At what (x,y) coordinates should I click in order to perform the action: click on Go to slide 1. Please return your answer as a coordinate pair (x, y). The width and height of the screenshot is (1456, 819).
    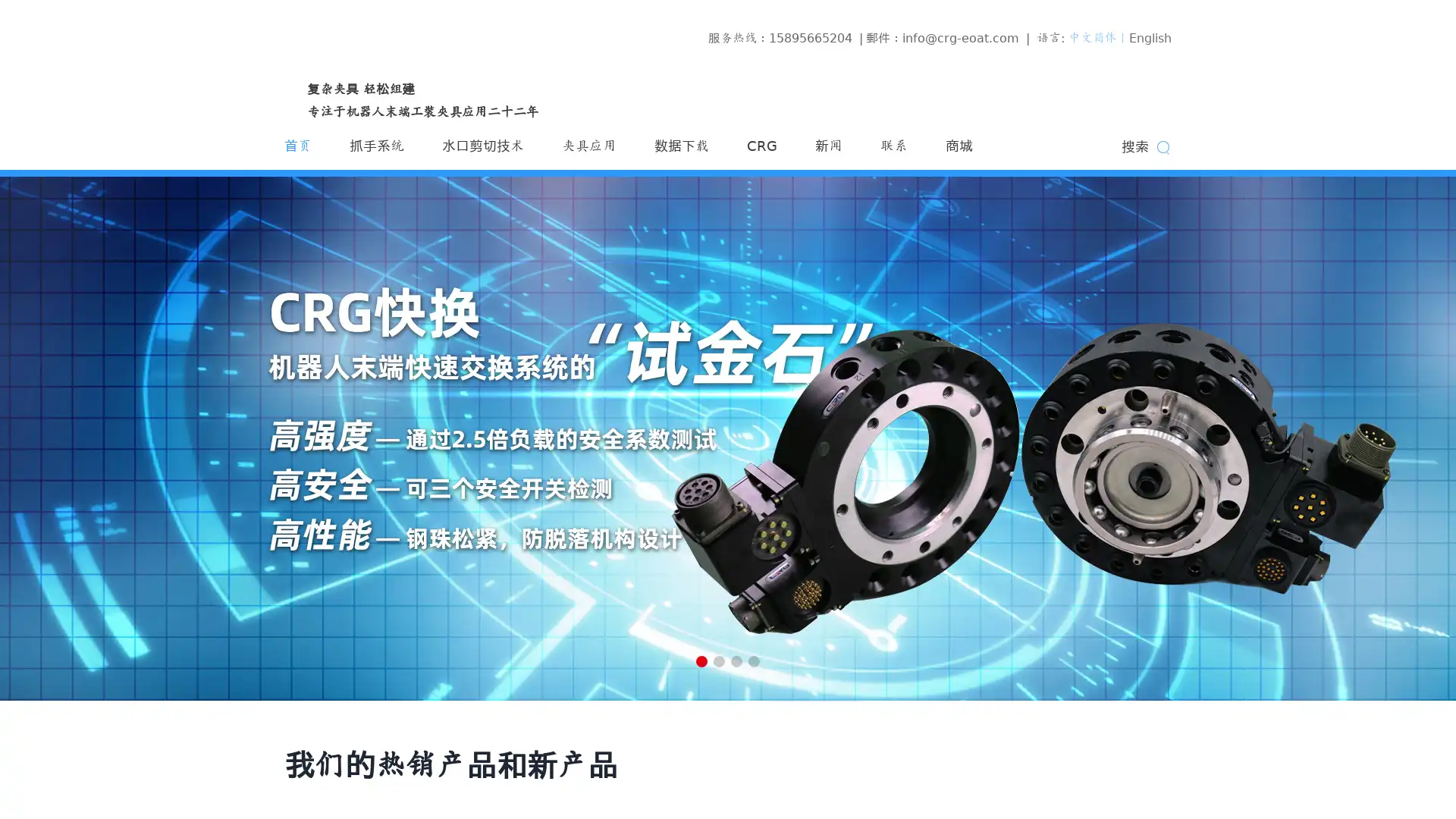
    Looking at the image, I should click on (701, 661).